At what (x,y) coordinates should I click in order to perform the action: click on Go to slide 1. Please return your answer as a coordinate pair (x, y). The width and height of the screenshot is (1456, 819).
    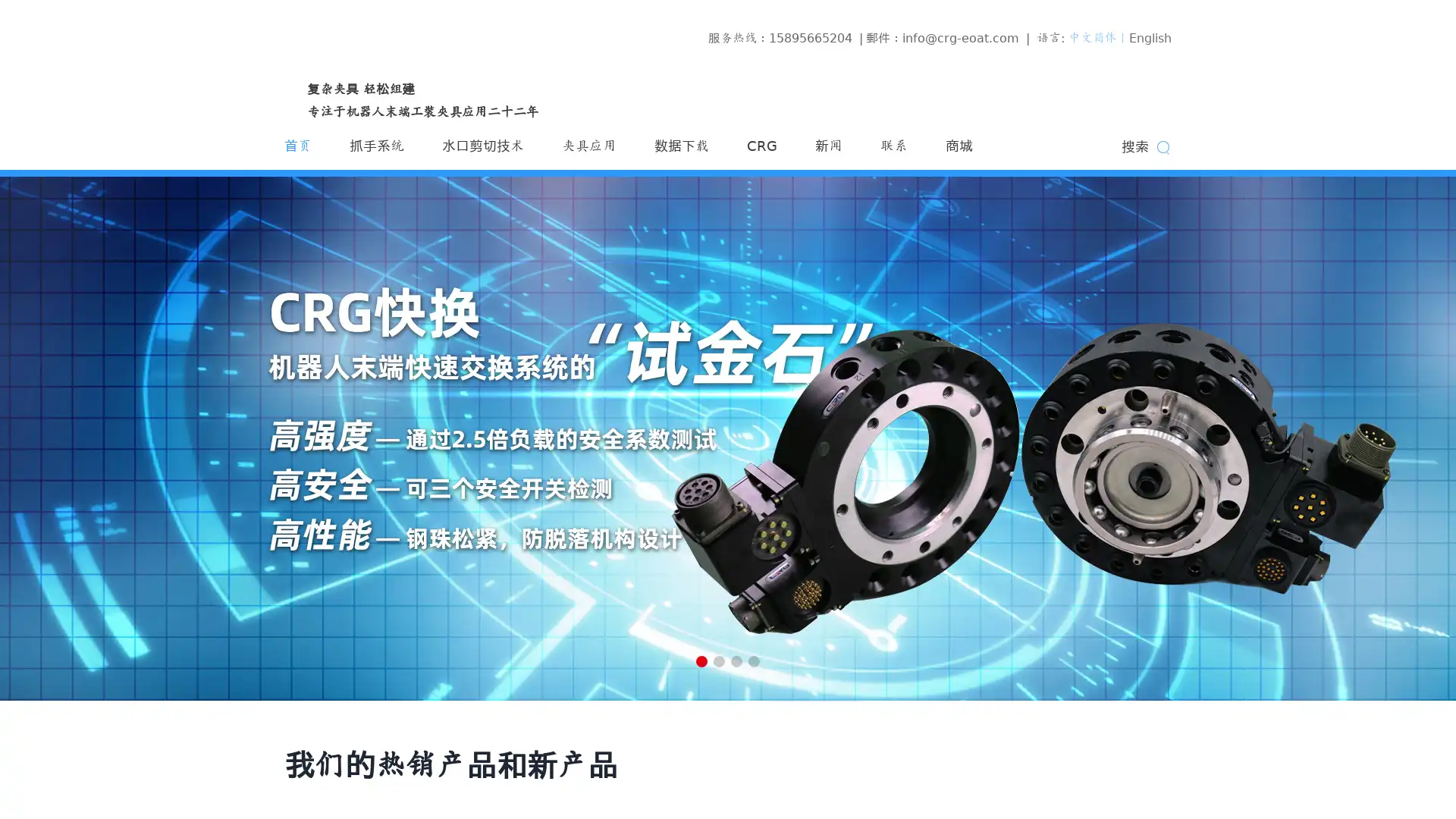
    Looking at the image, I should click on (701, 661).